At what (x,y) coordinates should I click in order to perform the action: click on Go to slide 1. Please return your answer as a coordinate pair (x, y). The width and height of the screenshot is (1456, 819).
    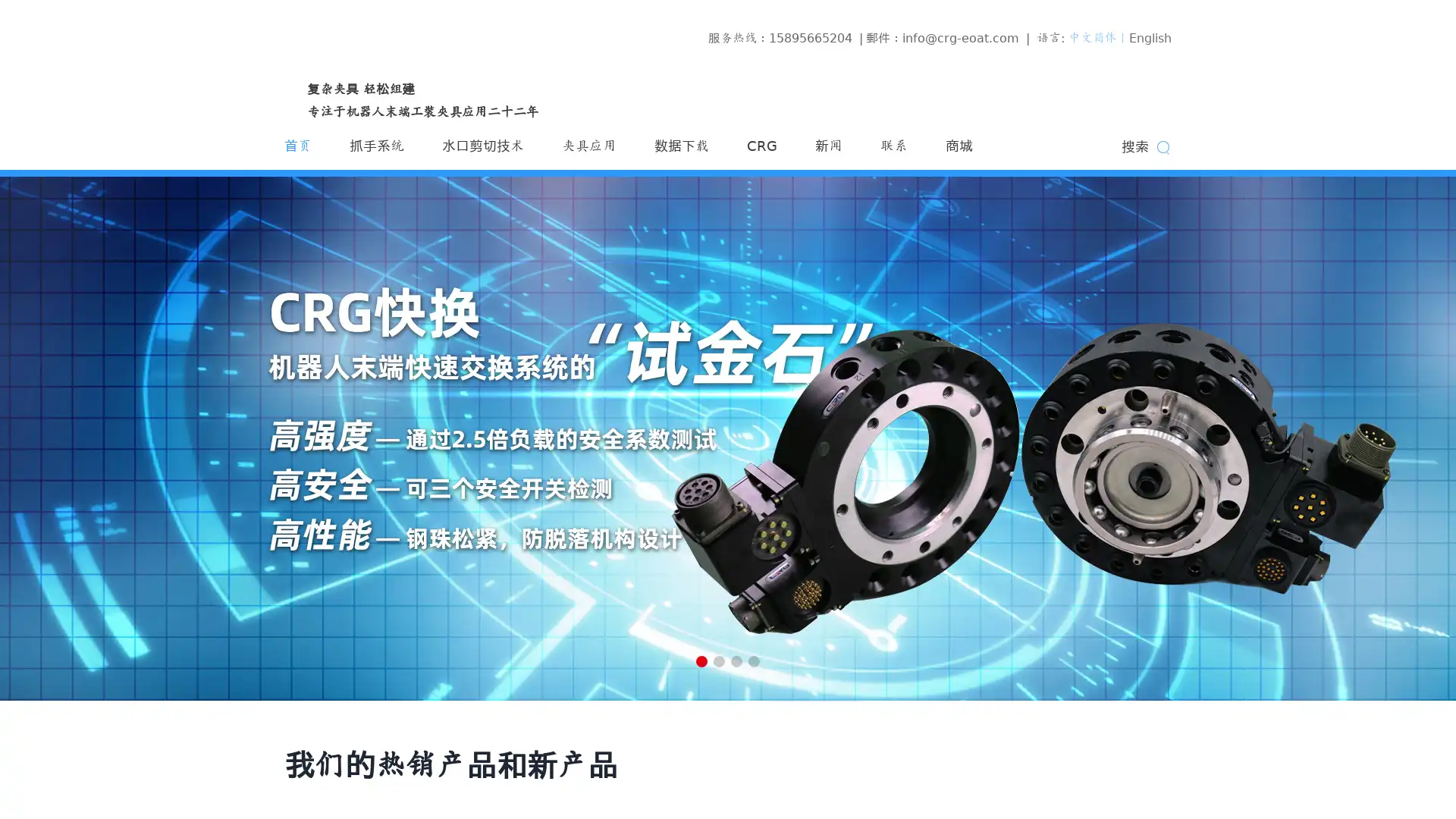
    Looking at the image, I should click on (701, 661).